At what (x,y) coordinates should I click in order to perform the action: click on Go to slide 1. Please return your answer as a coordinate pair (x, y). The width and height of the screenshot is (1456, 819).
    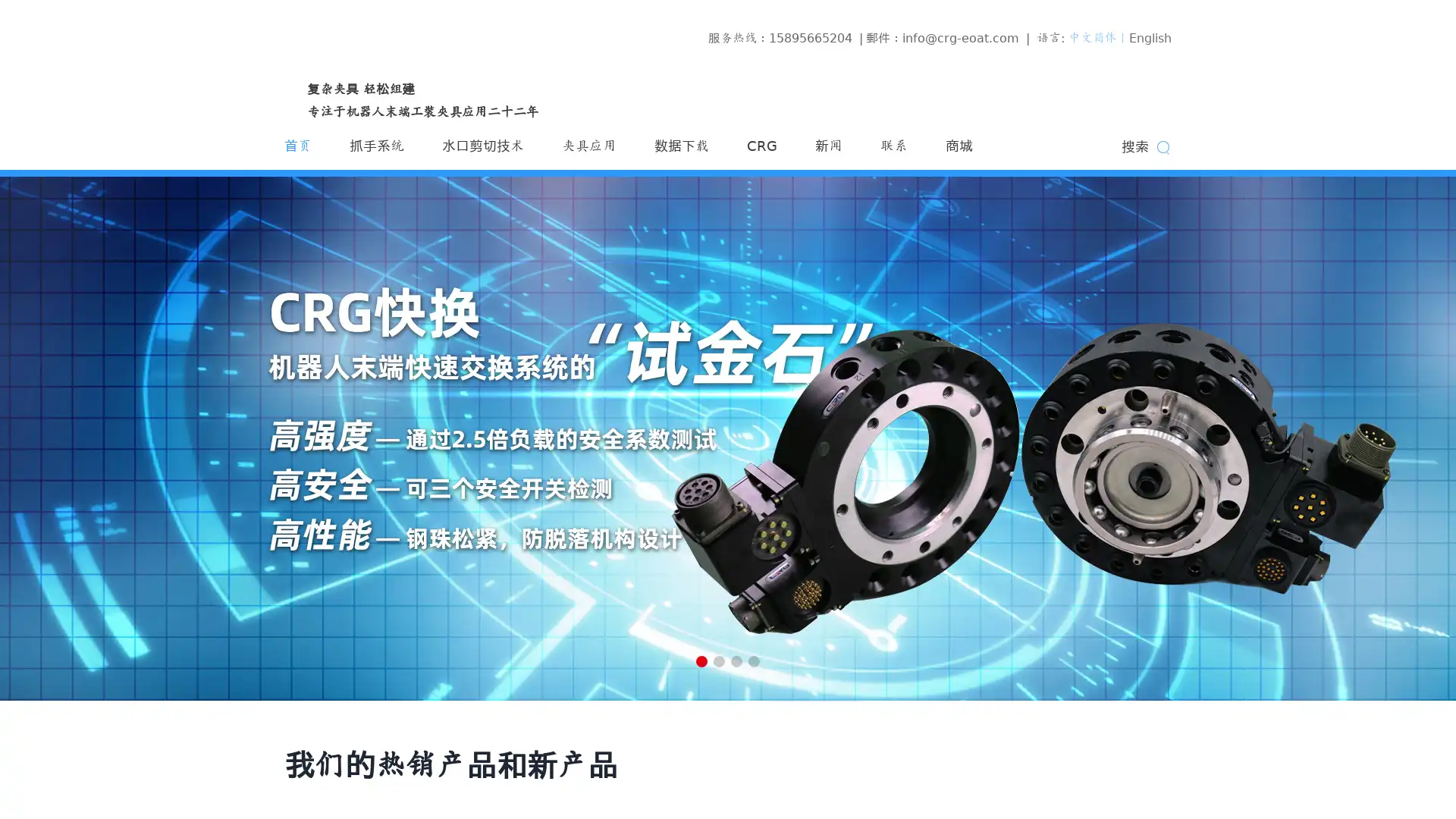
    Looking at the image, I should click on (701, 661).